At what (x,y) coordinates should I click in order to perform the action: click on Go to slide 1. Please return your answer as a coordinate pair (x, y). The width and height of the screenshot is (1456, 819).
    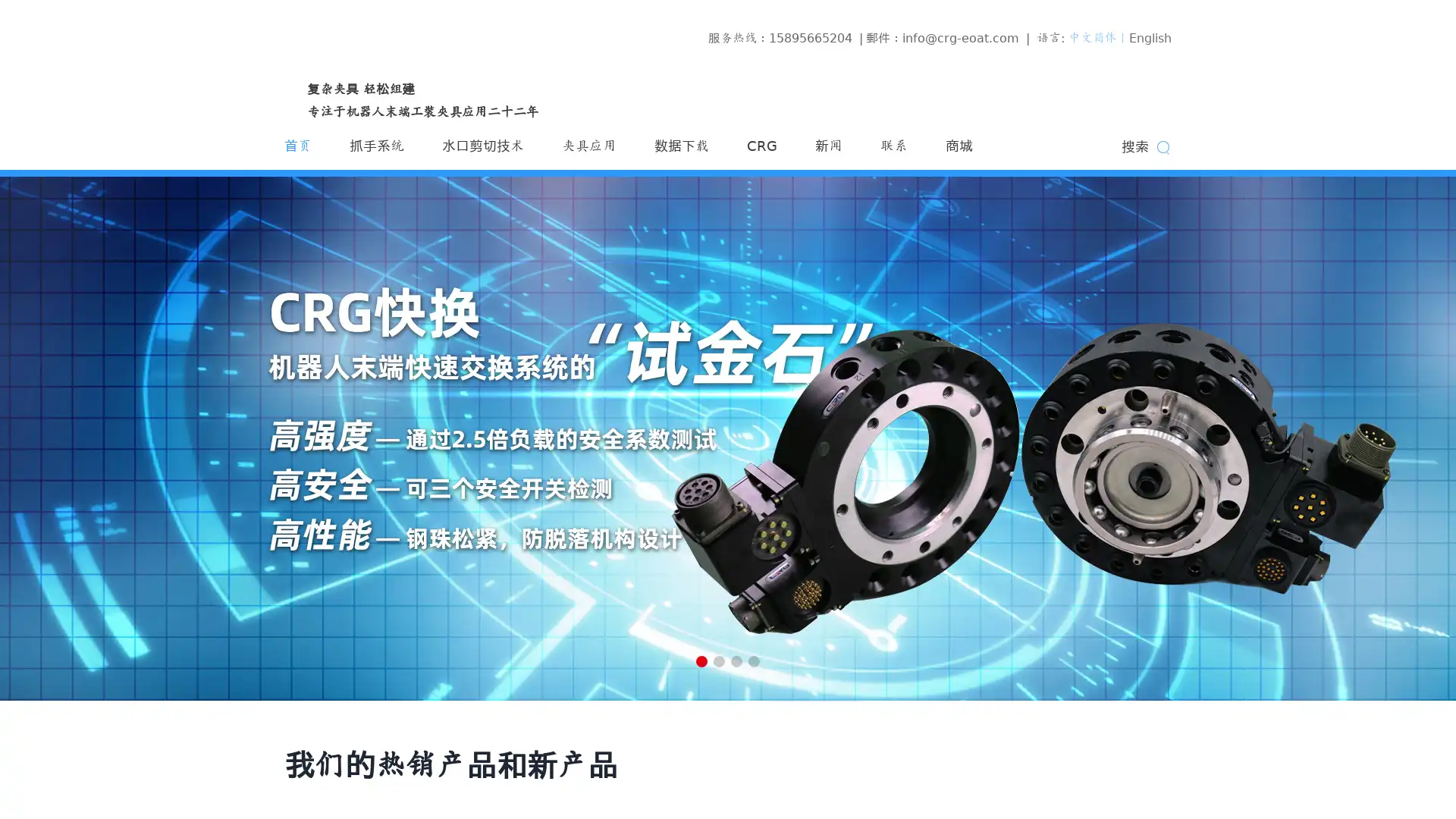
    Looking at the image, I should click on (701, 661).